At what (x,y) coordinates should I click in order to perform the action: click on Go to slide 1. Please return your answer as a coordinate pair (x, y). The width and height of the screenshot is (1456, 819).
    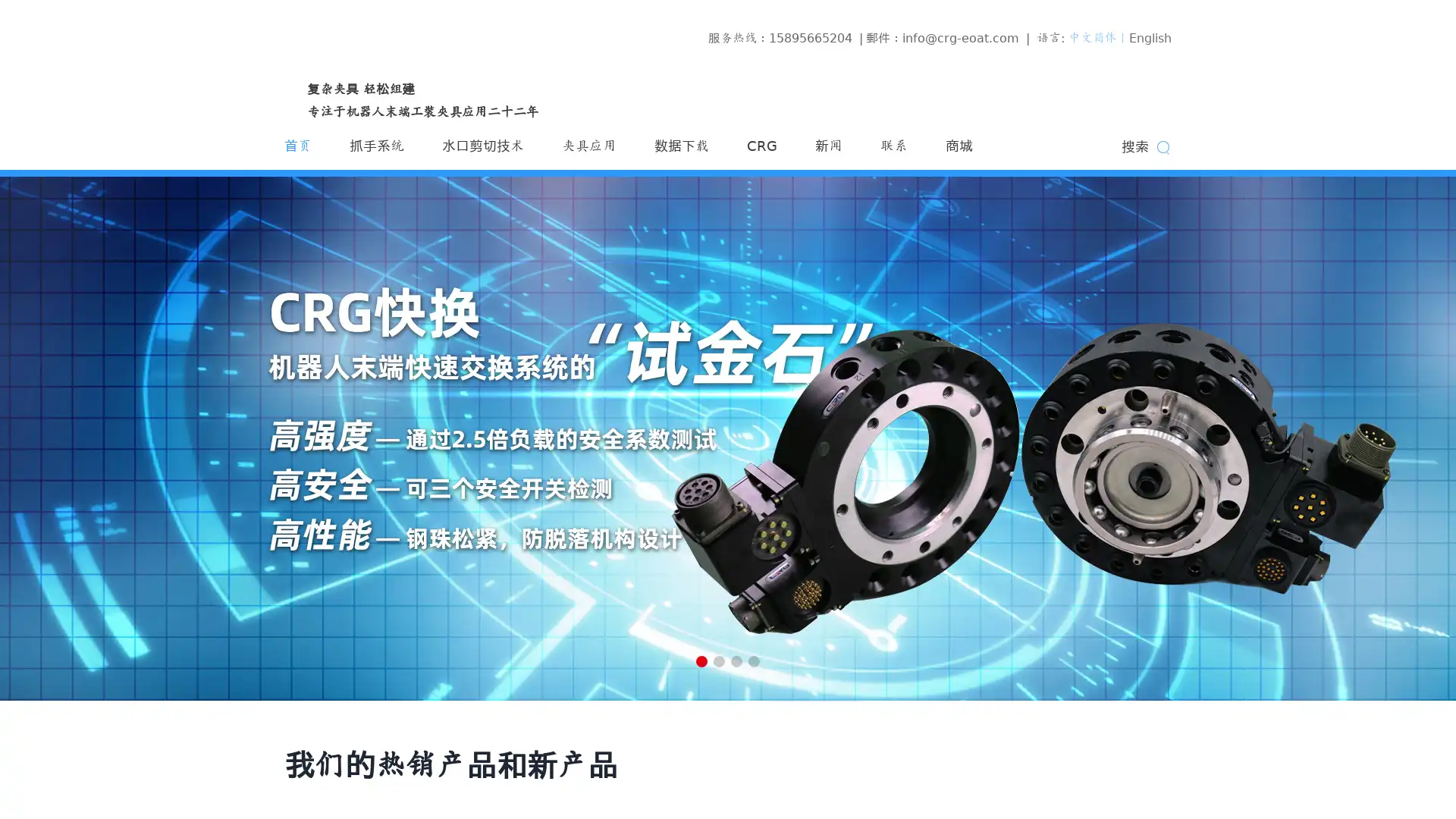
    Looking at the image, I should click on (701, 661).